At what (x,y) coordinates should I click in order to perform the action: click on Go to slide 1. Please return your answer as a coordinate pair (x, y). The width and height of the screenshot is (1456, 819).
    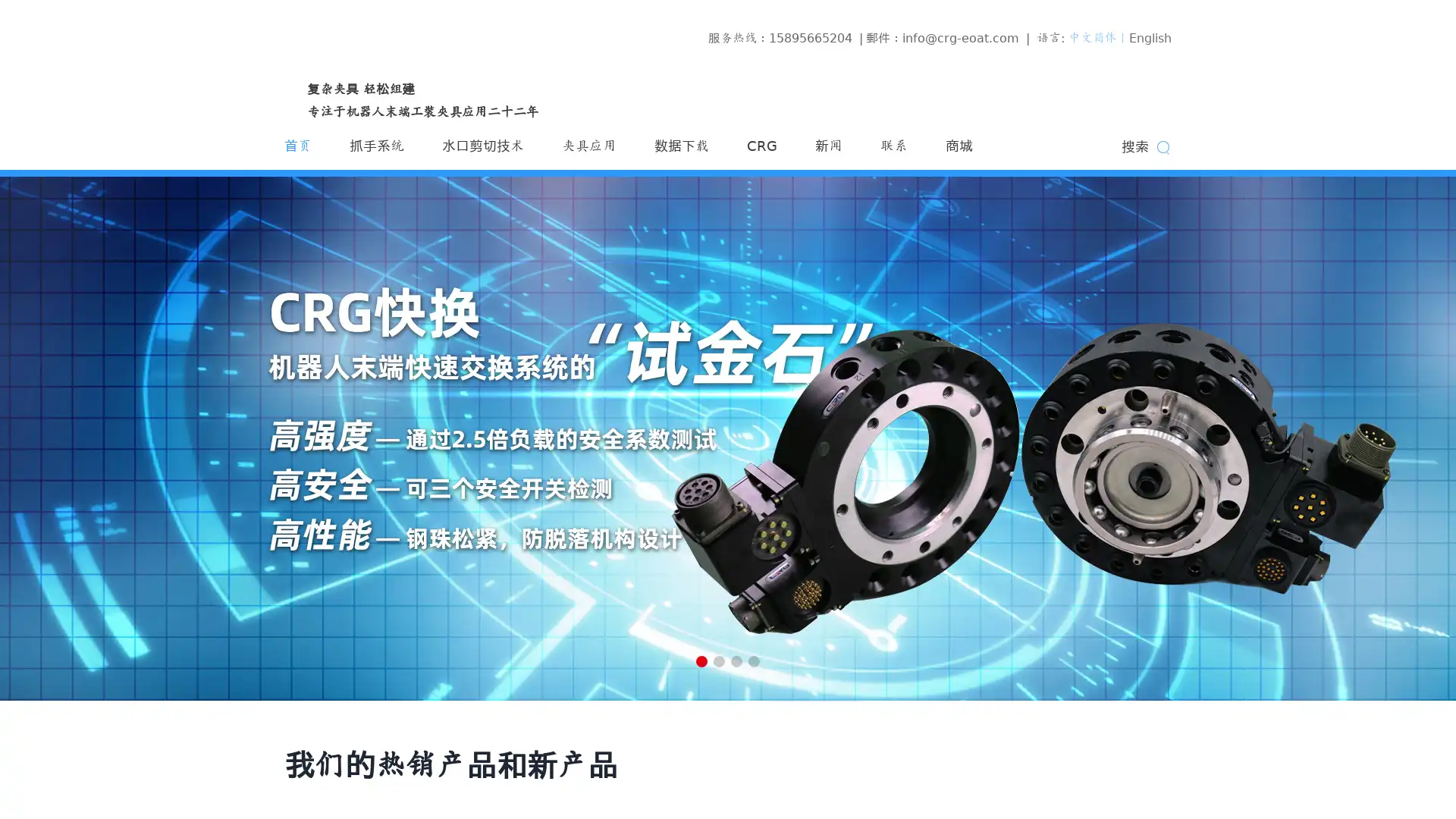
    Looking at the image, I should click on (701, 661).